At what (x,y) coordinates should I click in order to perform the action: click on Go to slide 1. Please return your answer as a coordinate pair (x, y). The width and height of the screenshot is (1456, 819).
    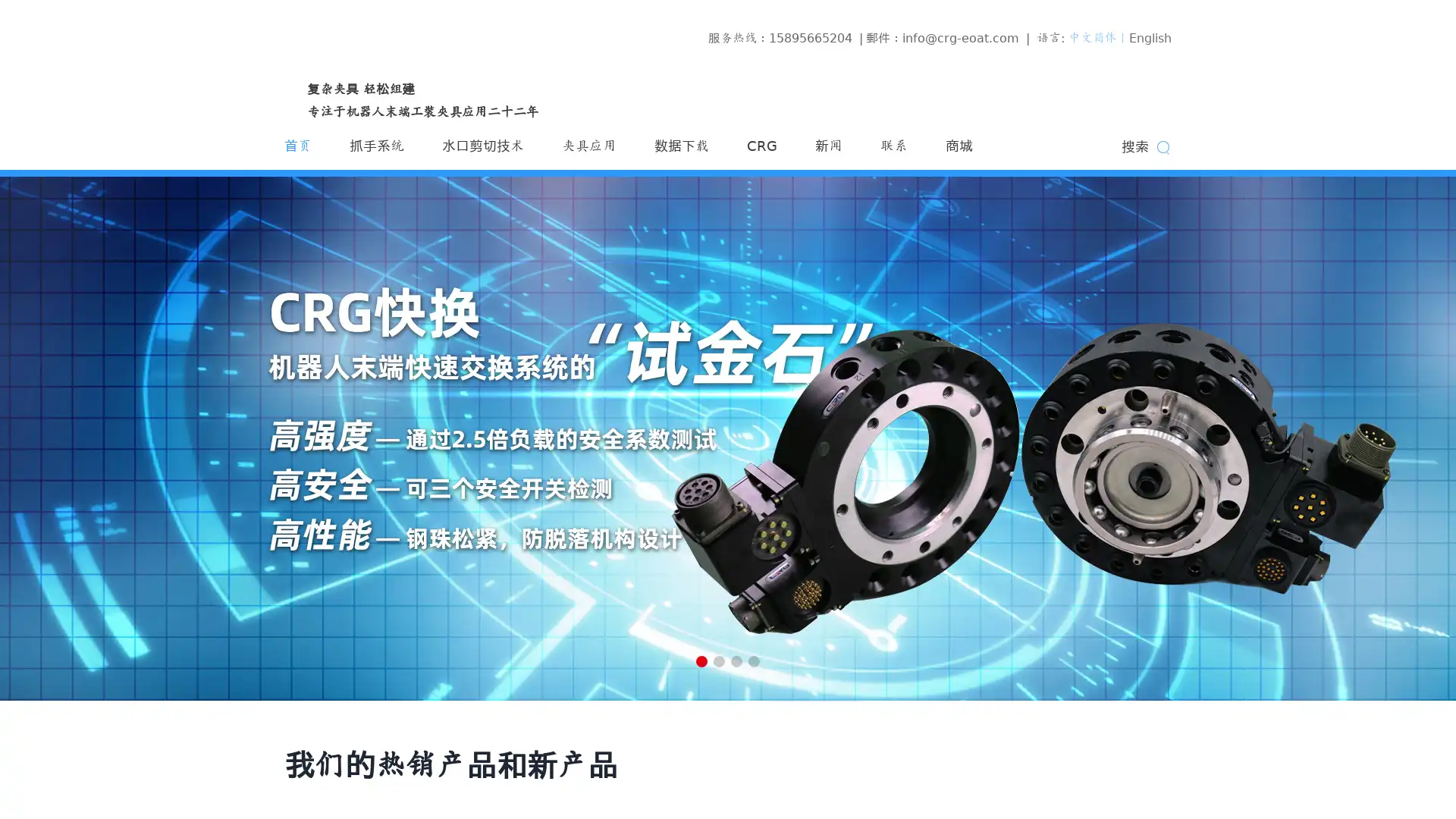
    Looking at the image, I should click on (701, 661).